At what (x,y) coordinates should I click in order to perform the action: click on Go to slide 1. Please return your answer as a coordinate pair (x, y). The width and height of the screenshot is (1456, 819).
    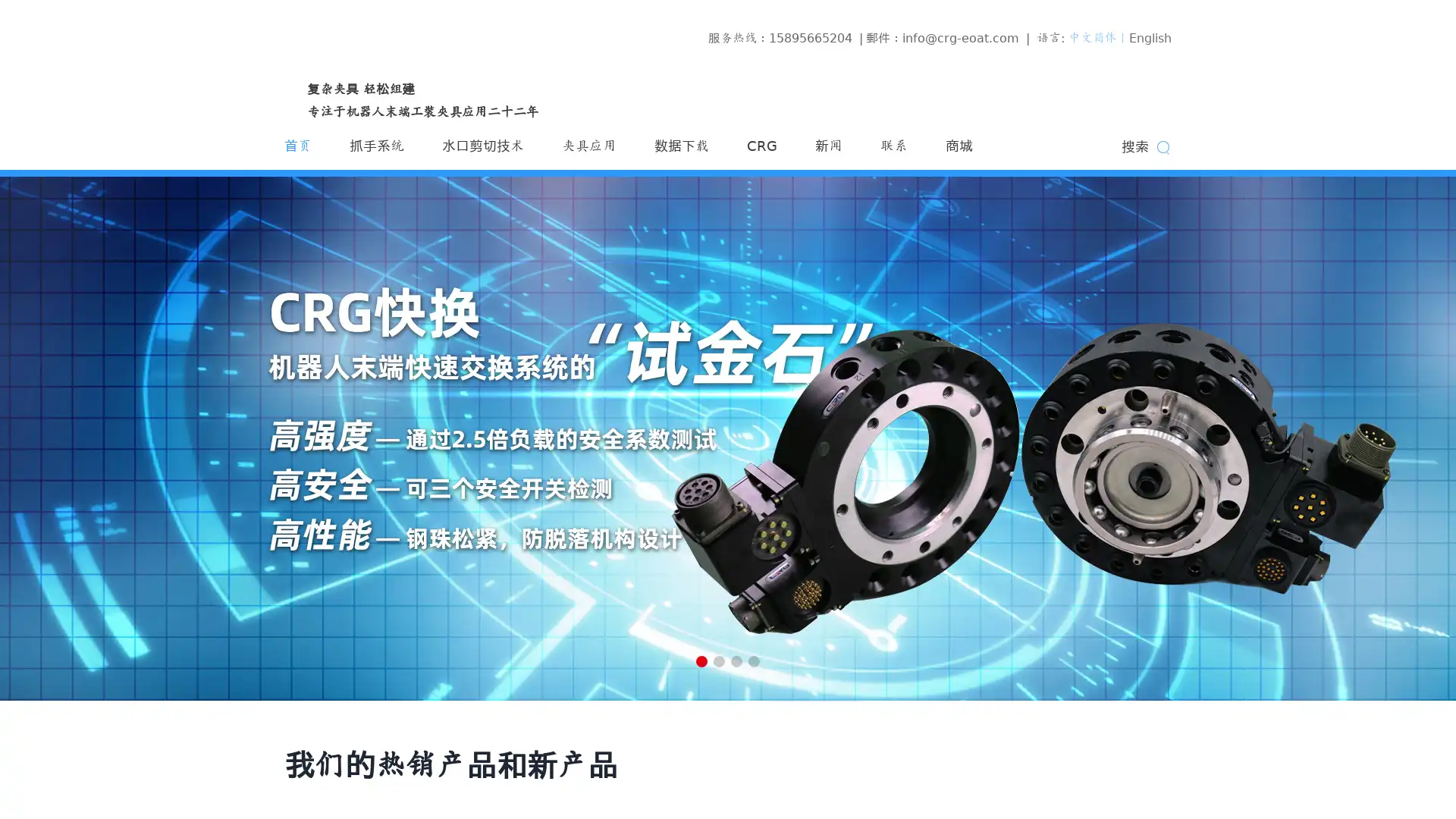
    Looking at the image, I should click on (701, 661).